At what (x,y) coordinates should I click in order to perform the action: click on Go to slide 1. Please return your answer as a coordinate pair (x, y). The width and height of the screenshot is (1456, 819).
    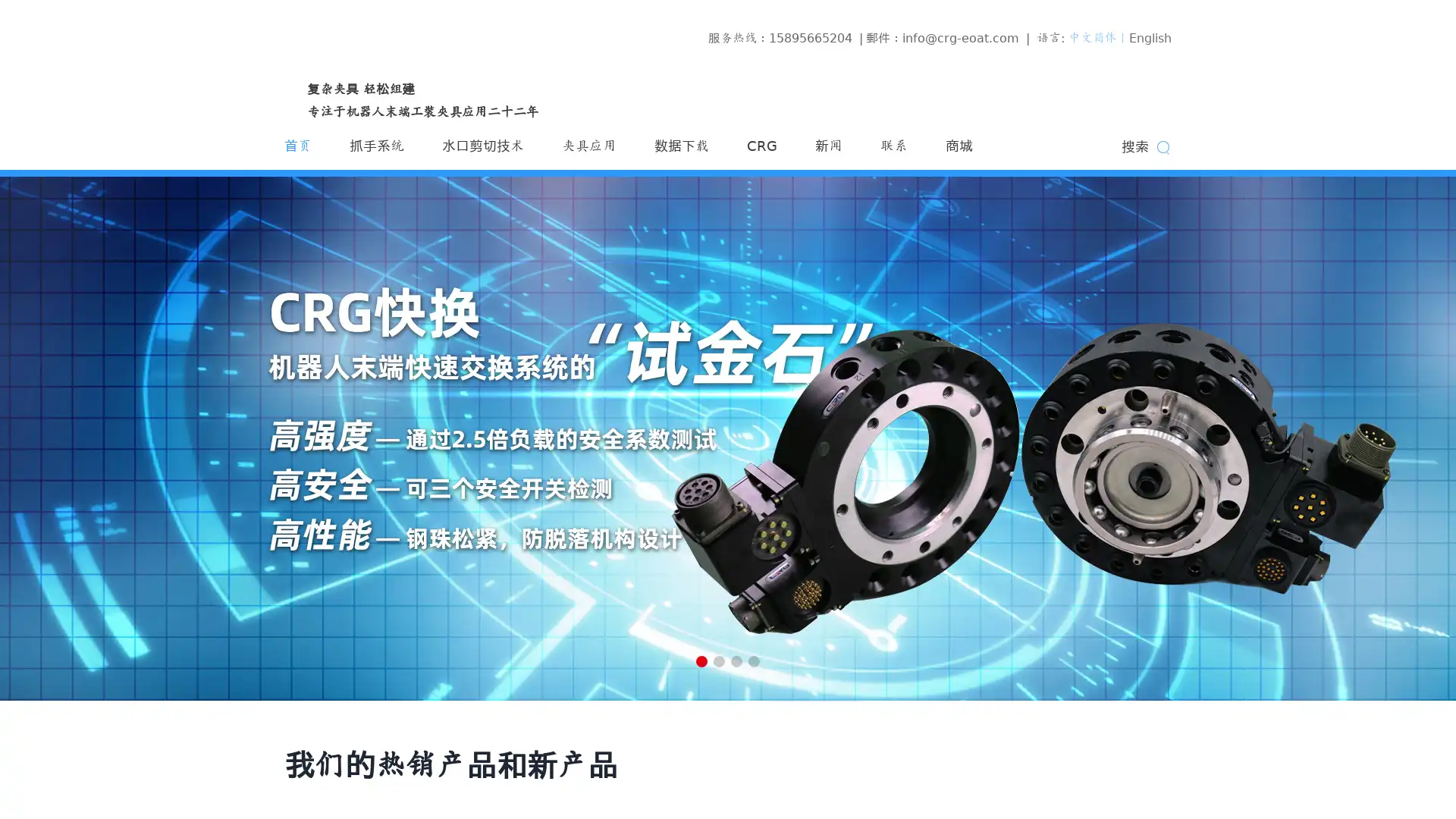
    Looking at the image, I should click on (701, 661).